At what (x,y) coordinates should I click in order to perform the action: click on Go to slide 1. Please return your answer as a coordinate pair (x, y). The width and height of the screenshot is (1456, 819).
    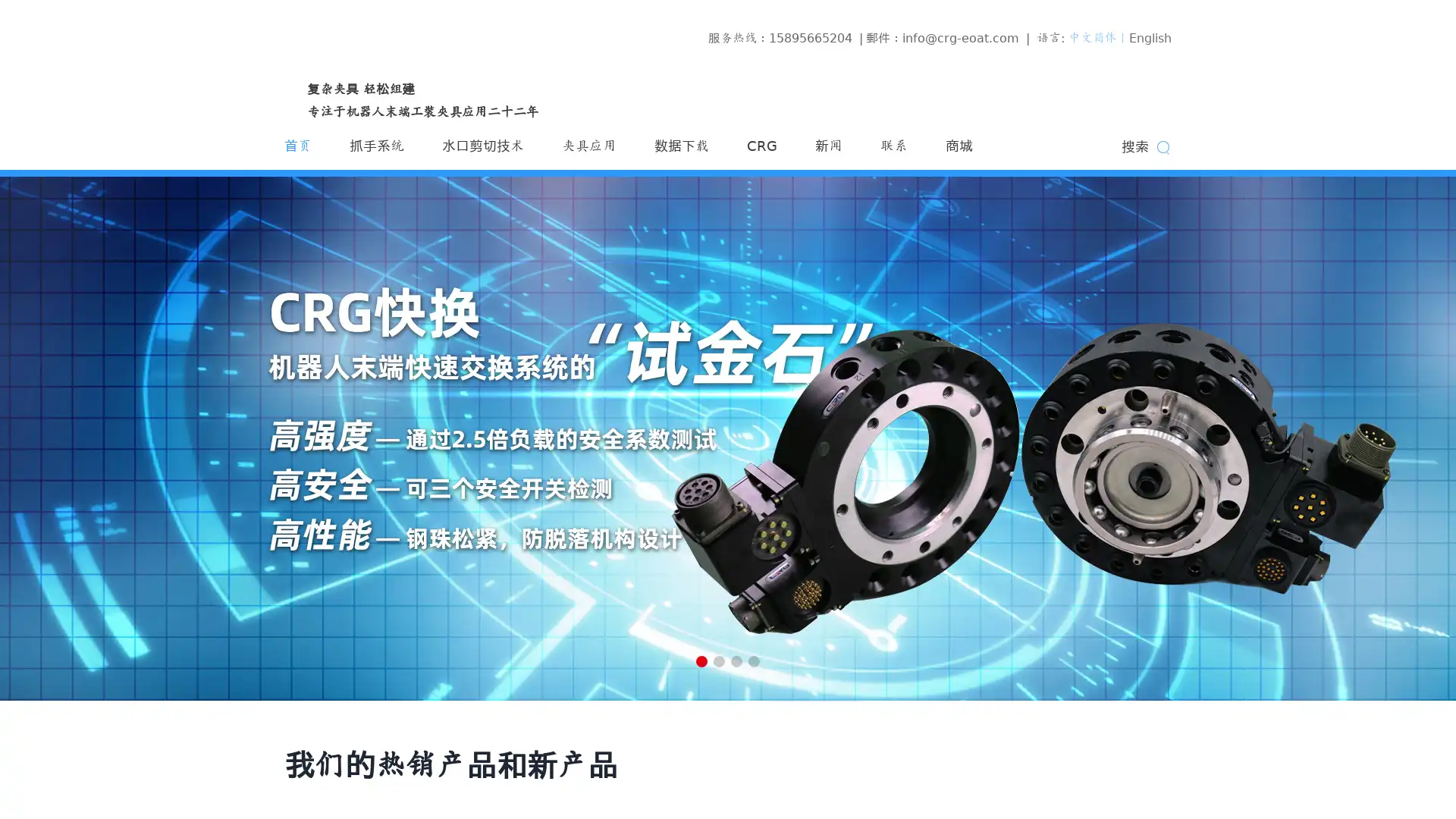
    Looking at the image, I should click on (701, 661).